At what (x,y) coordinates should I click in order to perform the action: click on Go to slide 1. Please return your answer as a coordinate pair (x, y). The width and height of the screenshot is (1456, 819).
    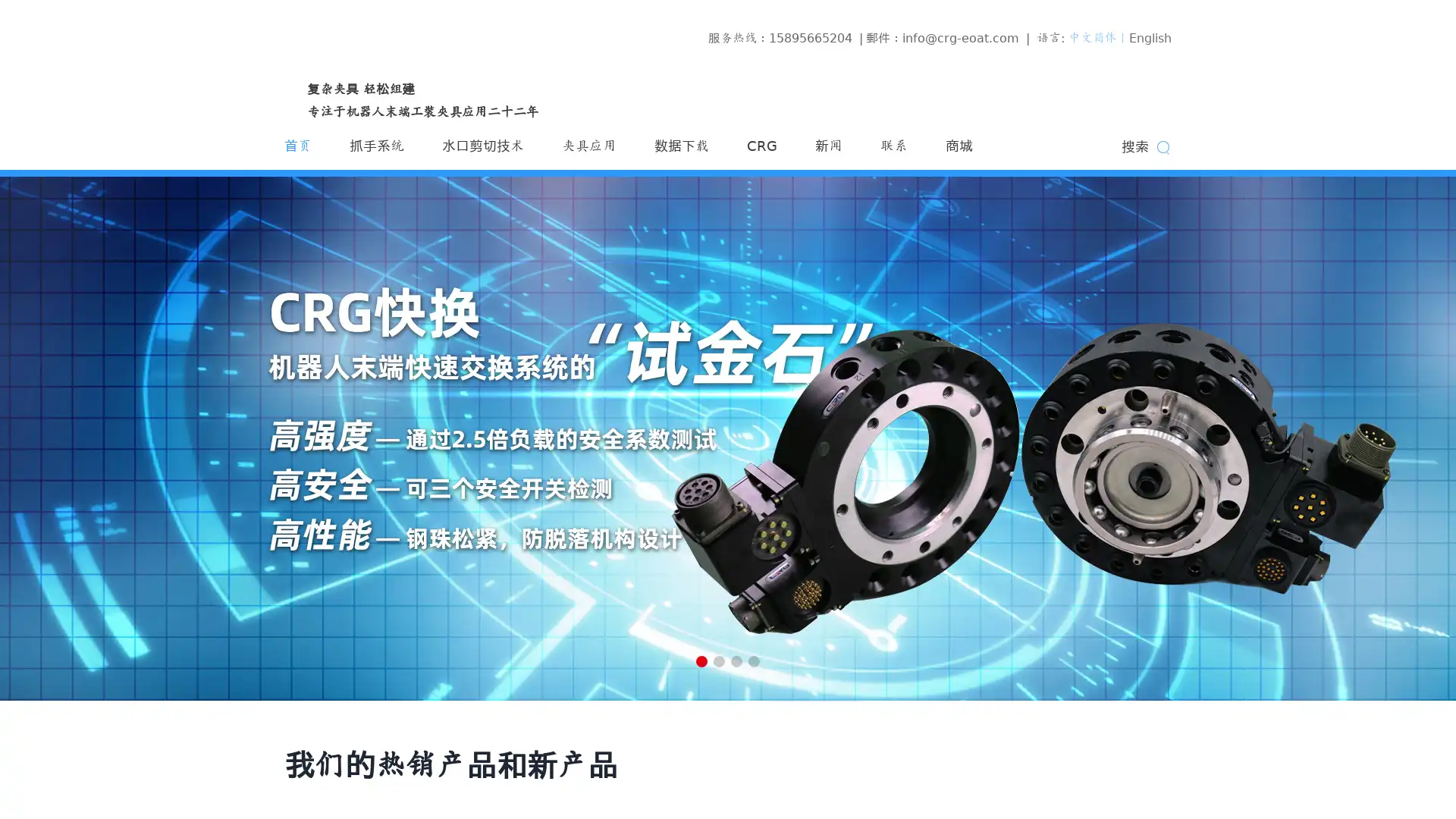
    Looking at the image, I should click on (701, 661).